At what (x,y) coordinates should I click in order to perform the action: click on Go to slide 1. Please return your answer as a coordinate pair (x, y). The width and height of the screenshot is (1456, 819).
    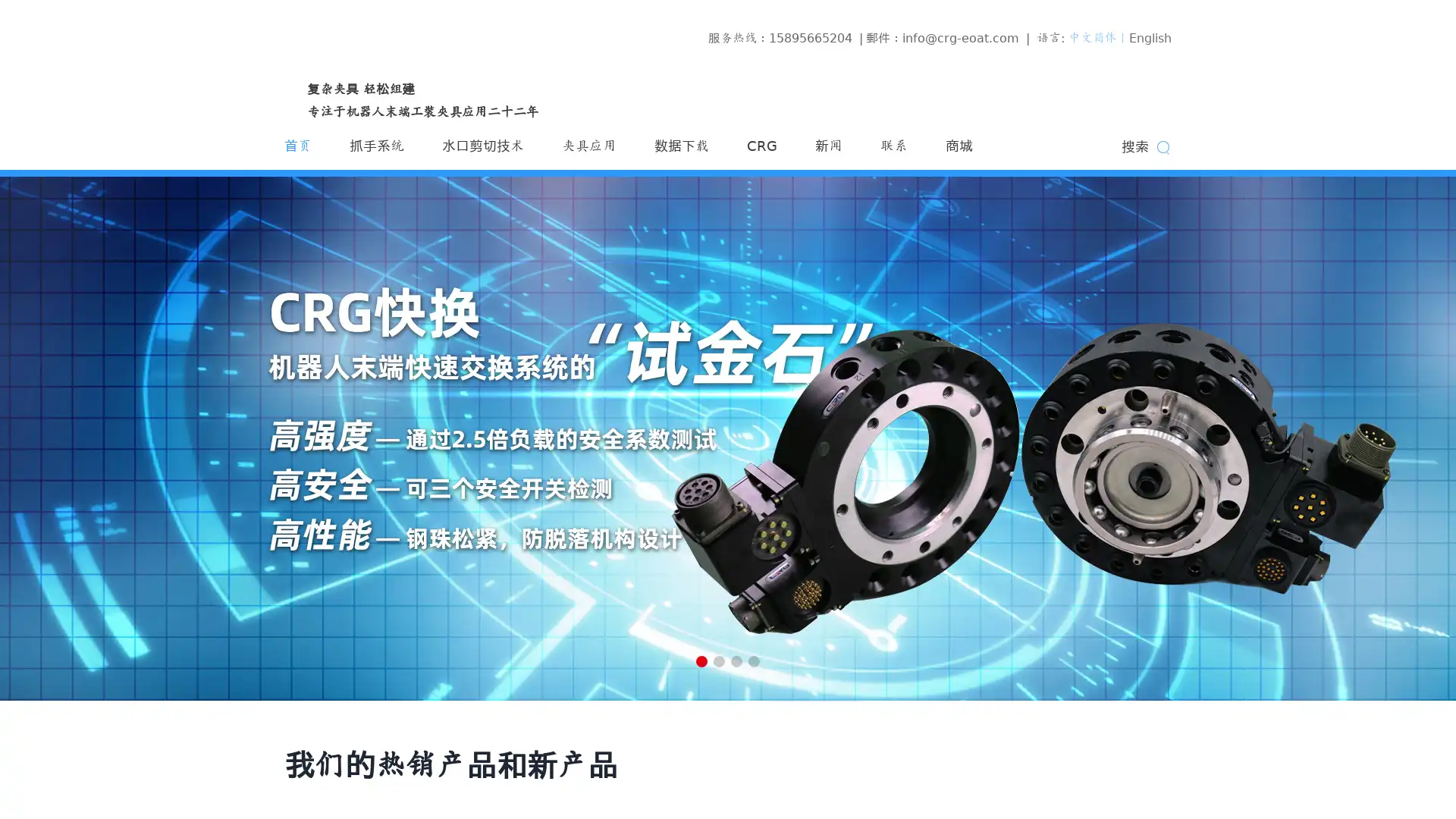
    Looking at the image, I should click on (701, 661).